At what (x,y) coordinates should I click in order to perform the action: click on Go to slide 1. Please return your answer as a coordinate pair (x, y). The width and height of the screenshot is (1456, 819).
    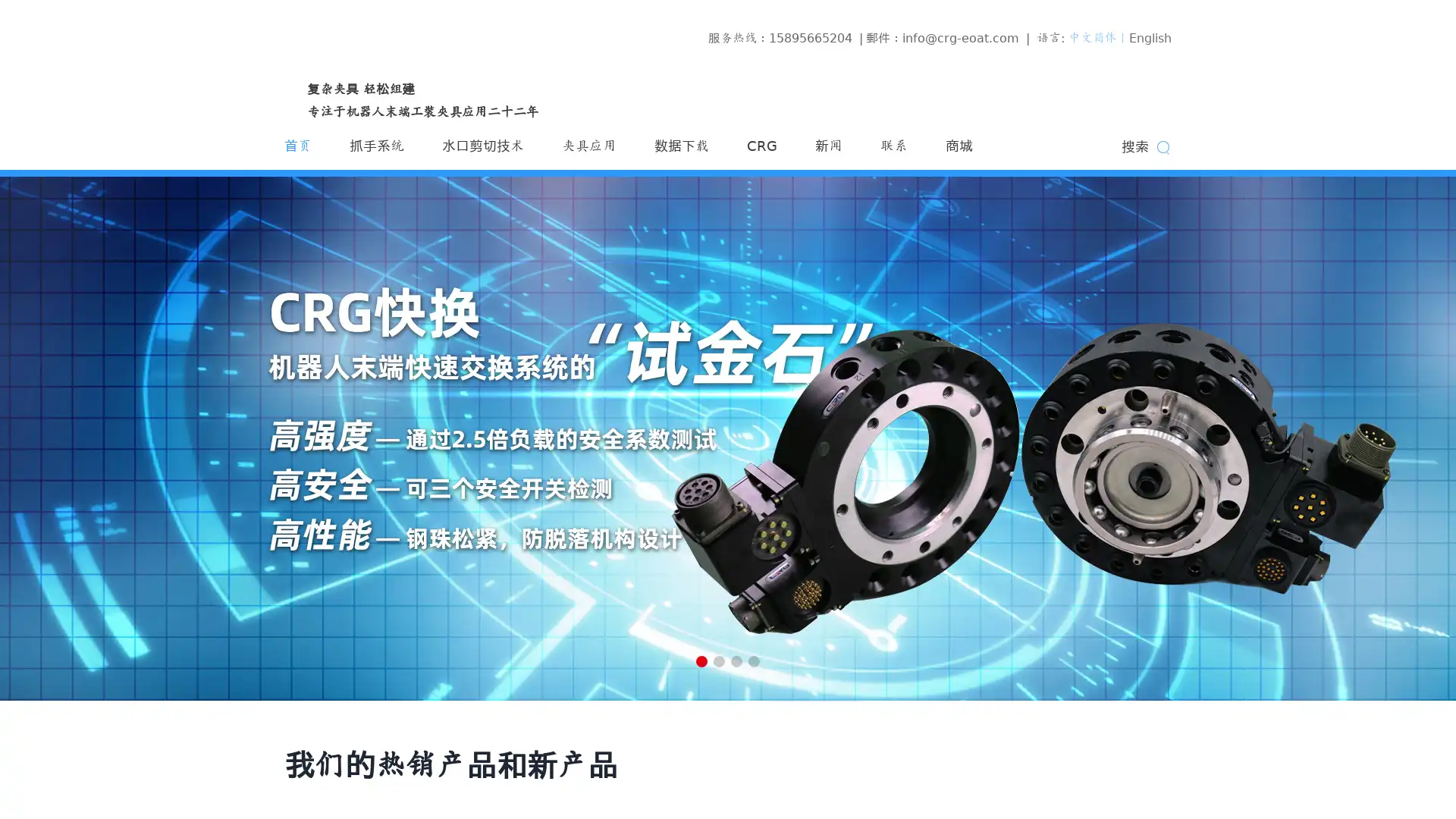
    Looking at the image, I should click on (701, 661).